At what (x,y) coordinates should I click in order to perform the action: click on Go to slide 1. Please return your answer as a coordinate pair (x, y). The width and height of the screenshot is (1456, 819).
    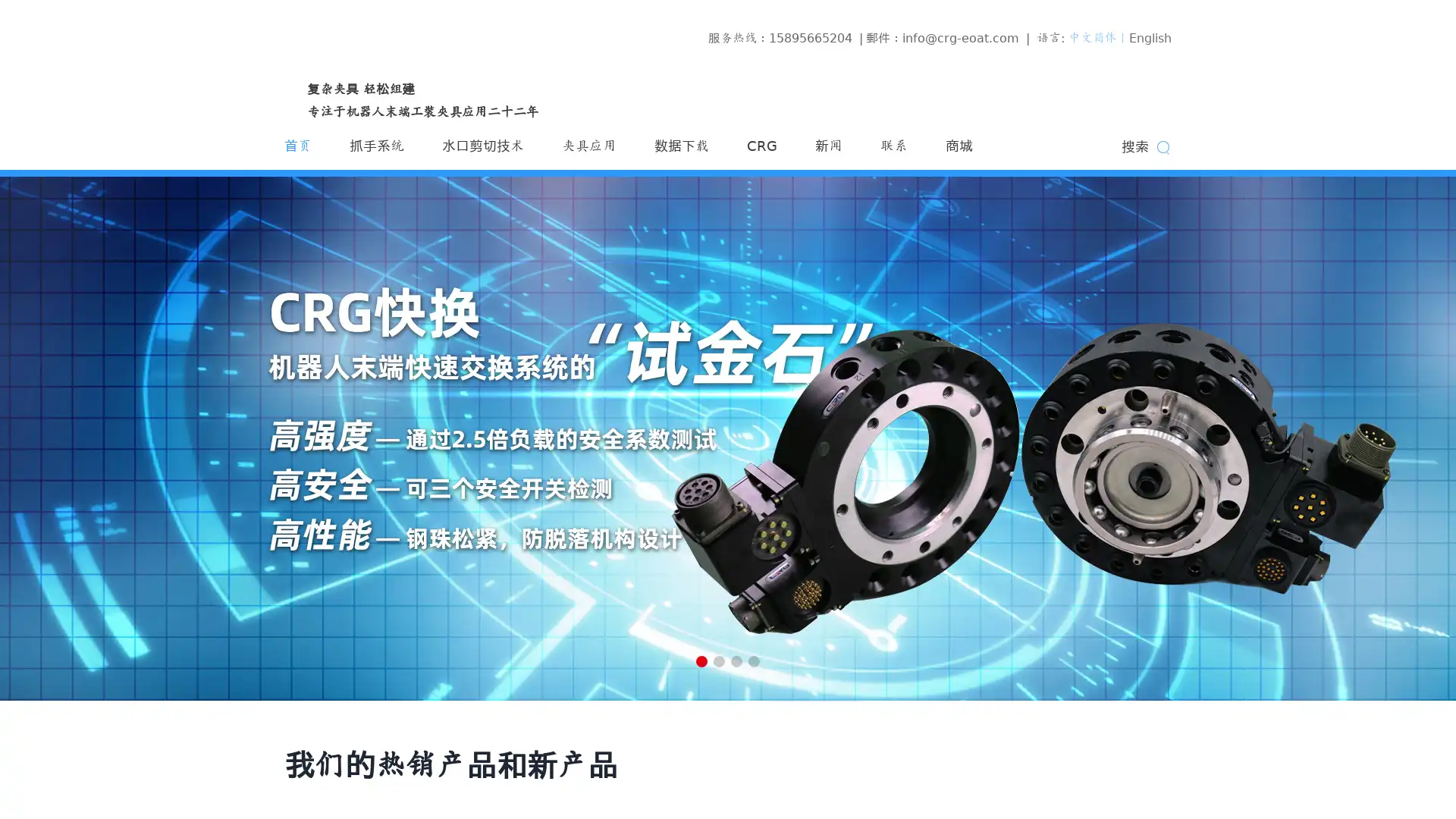
    Looking at the image, I should click on (701, 661).